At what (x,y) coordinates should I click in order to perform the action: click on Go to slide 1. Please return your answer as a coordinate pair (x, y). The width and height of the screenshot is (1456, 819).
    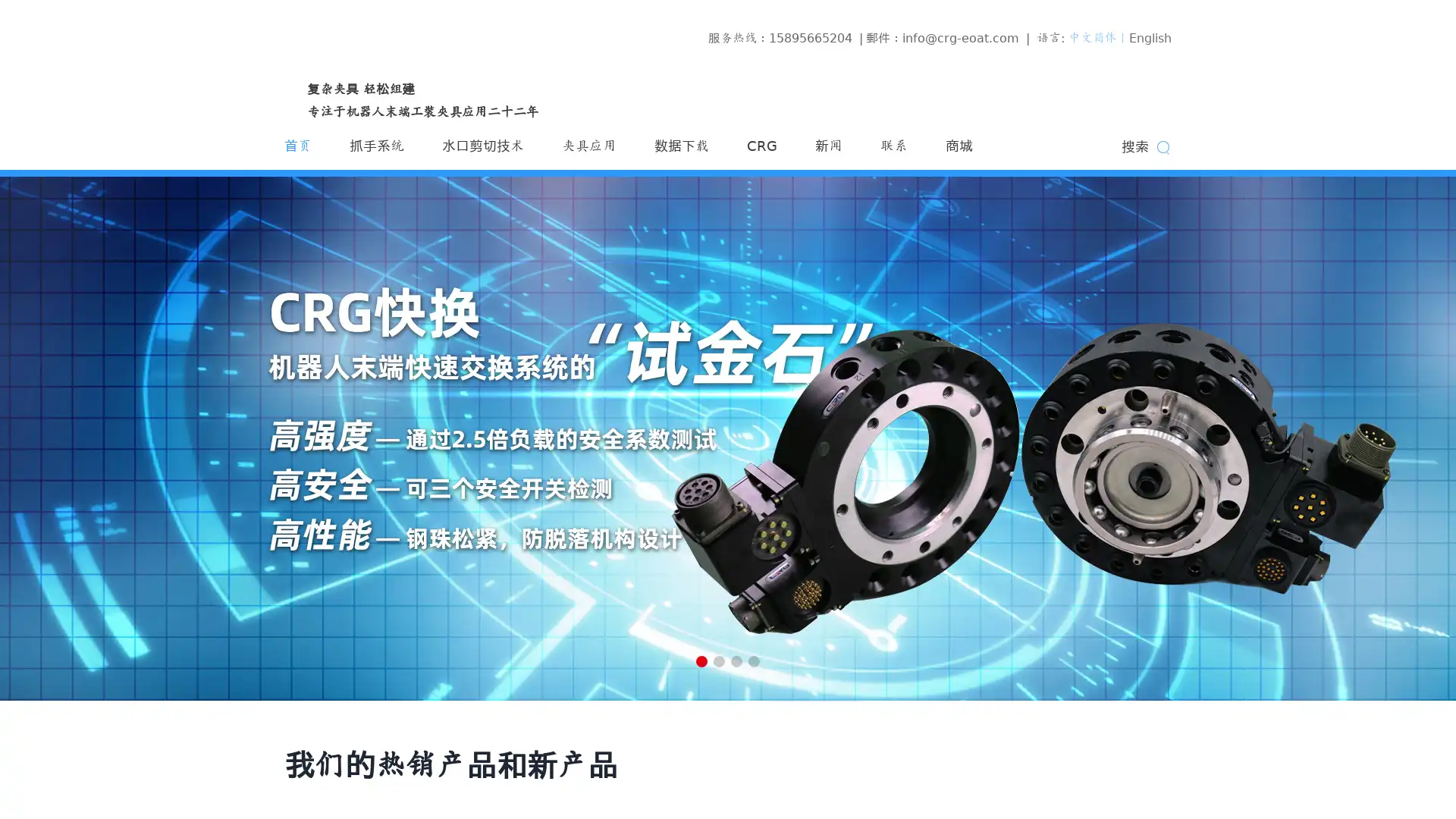
    Looking at the image, I should click on (701, 661).